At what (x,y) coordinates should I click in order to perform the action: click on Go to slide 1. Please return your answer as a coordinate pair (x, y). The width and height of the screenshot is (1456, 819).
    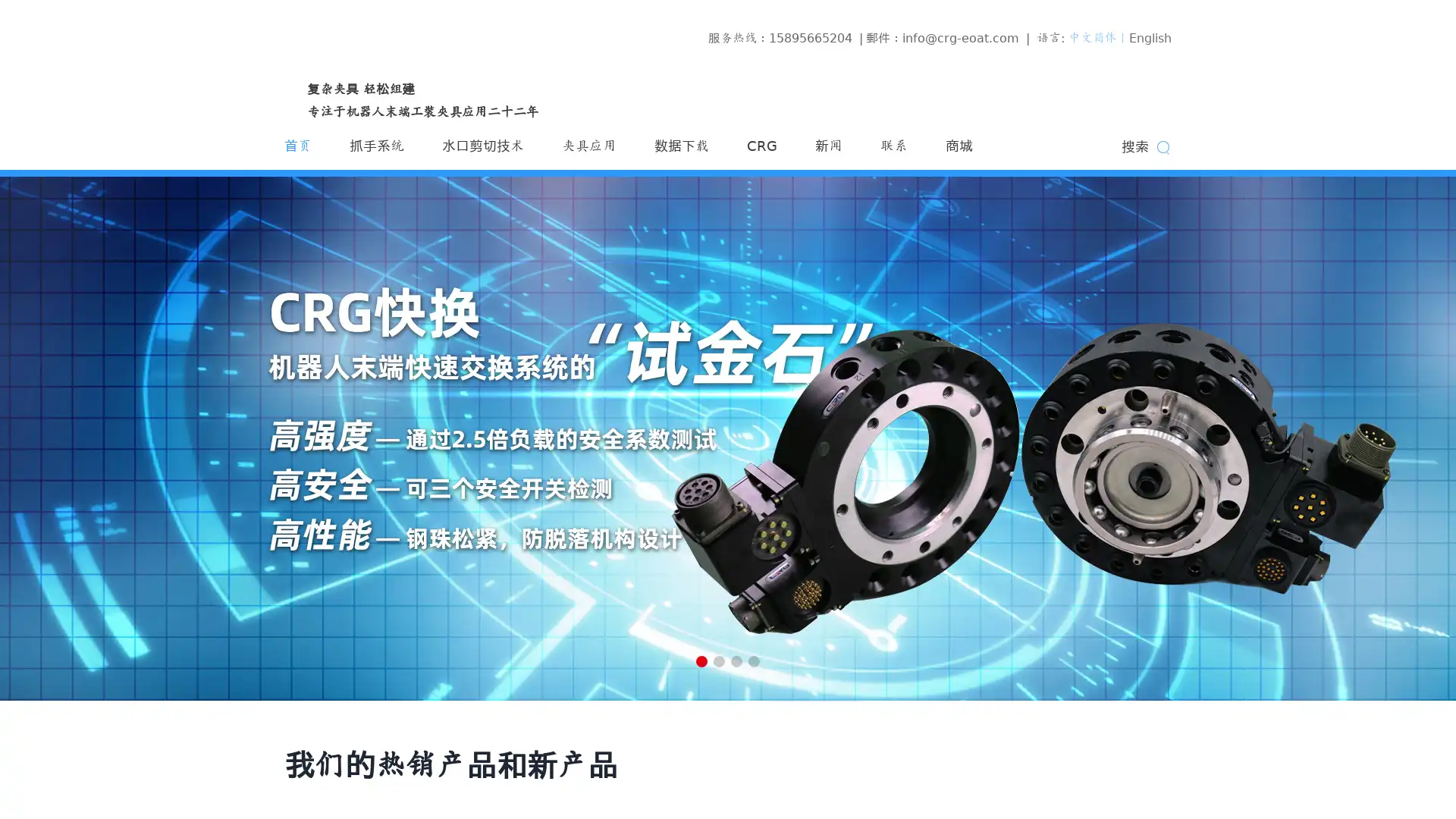
    Looking at the image, I should click on (701, 661).